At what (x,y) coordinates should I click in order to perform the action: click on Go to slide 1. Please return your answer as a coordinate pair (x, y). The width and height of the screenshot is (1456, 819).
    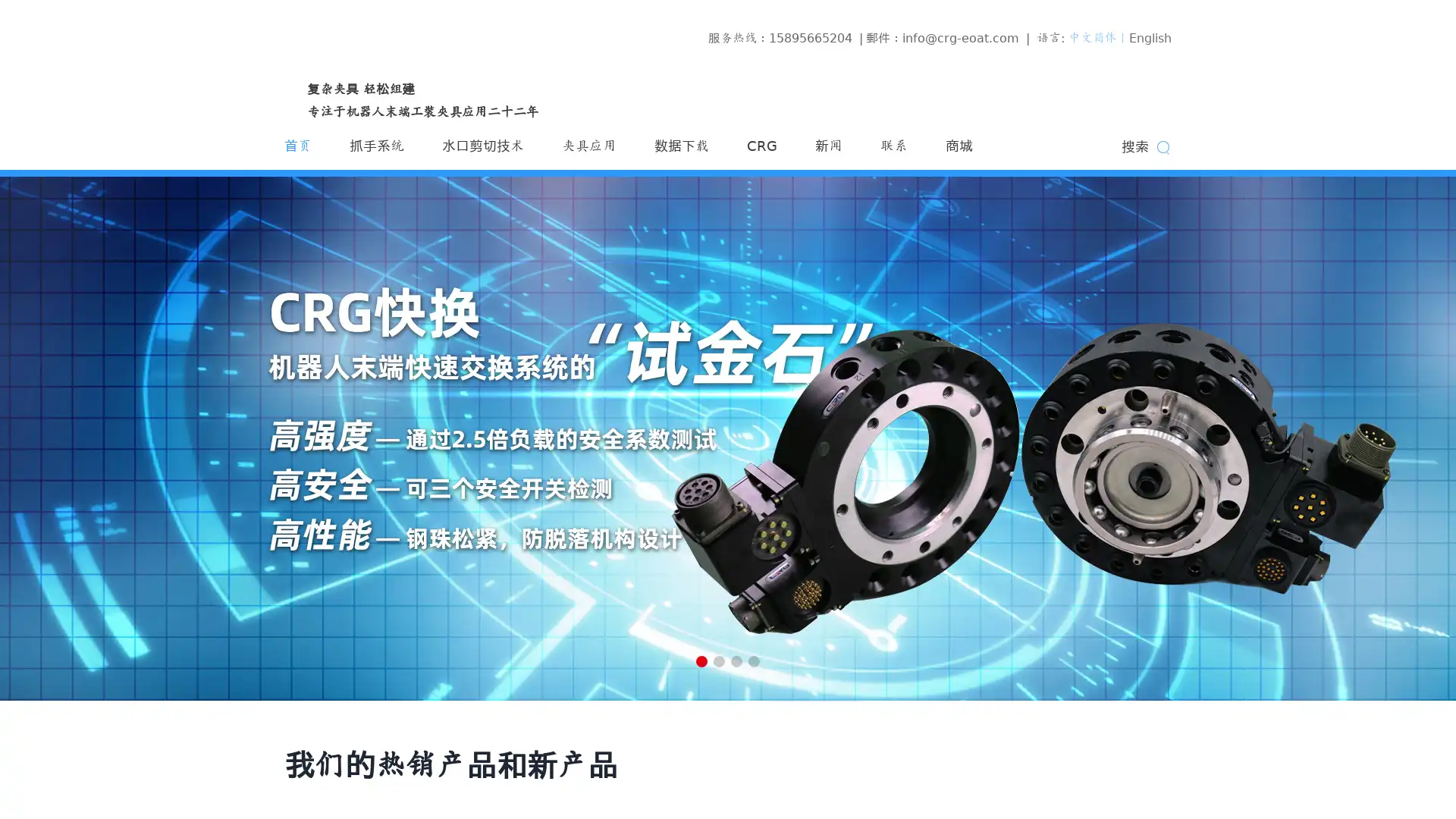
    Looking at the image, I should click on (701, 661).